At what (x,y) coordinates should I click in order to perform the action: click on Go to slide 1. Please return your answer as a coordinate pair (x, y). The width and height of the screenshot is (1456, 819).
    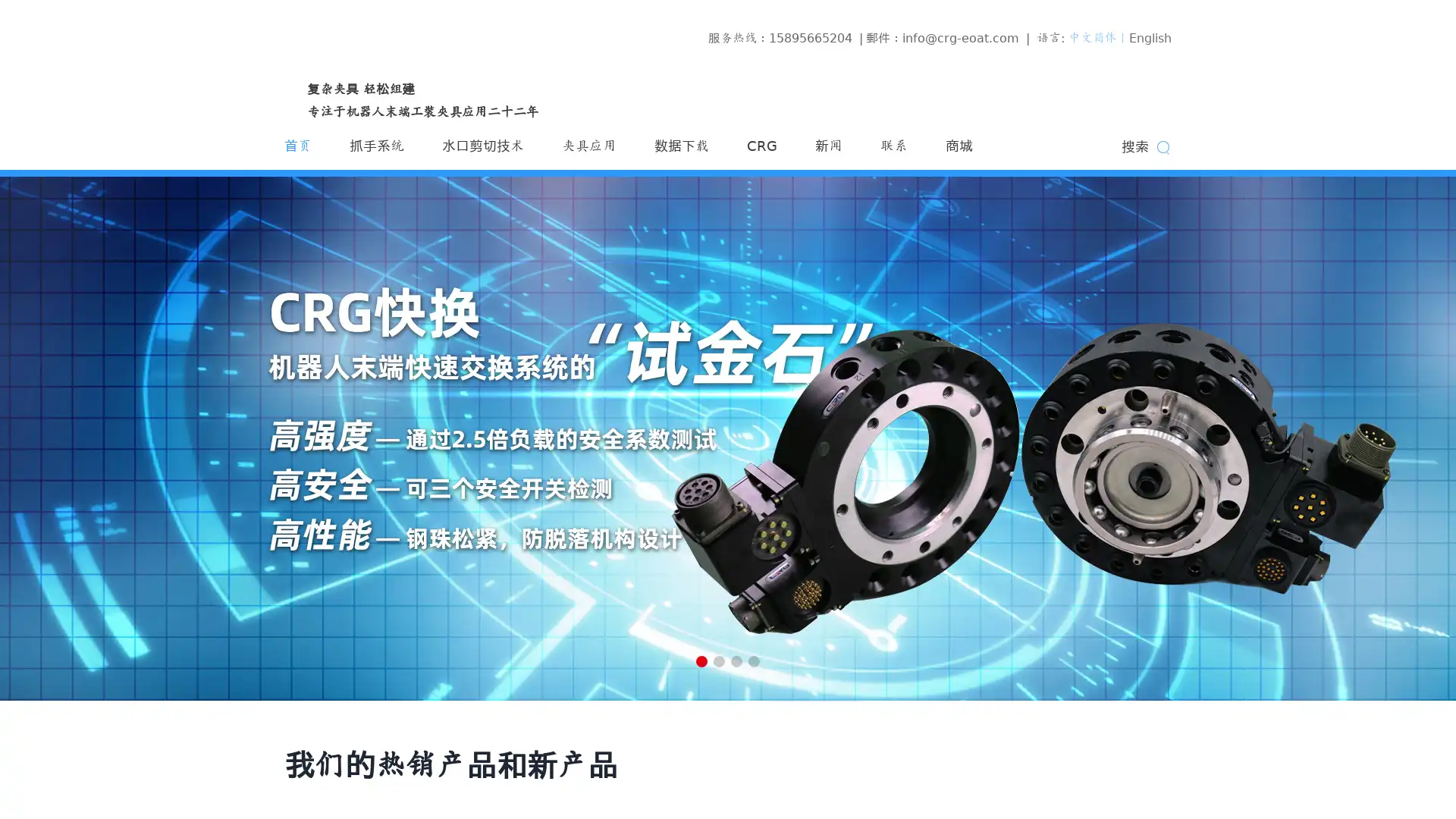
    Looking at the image, I should click on (701, 661).